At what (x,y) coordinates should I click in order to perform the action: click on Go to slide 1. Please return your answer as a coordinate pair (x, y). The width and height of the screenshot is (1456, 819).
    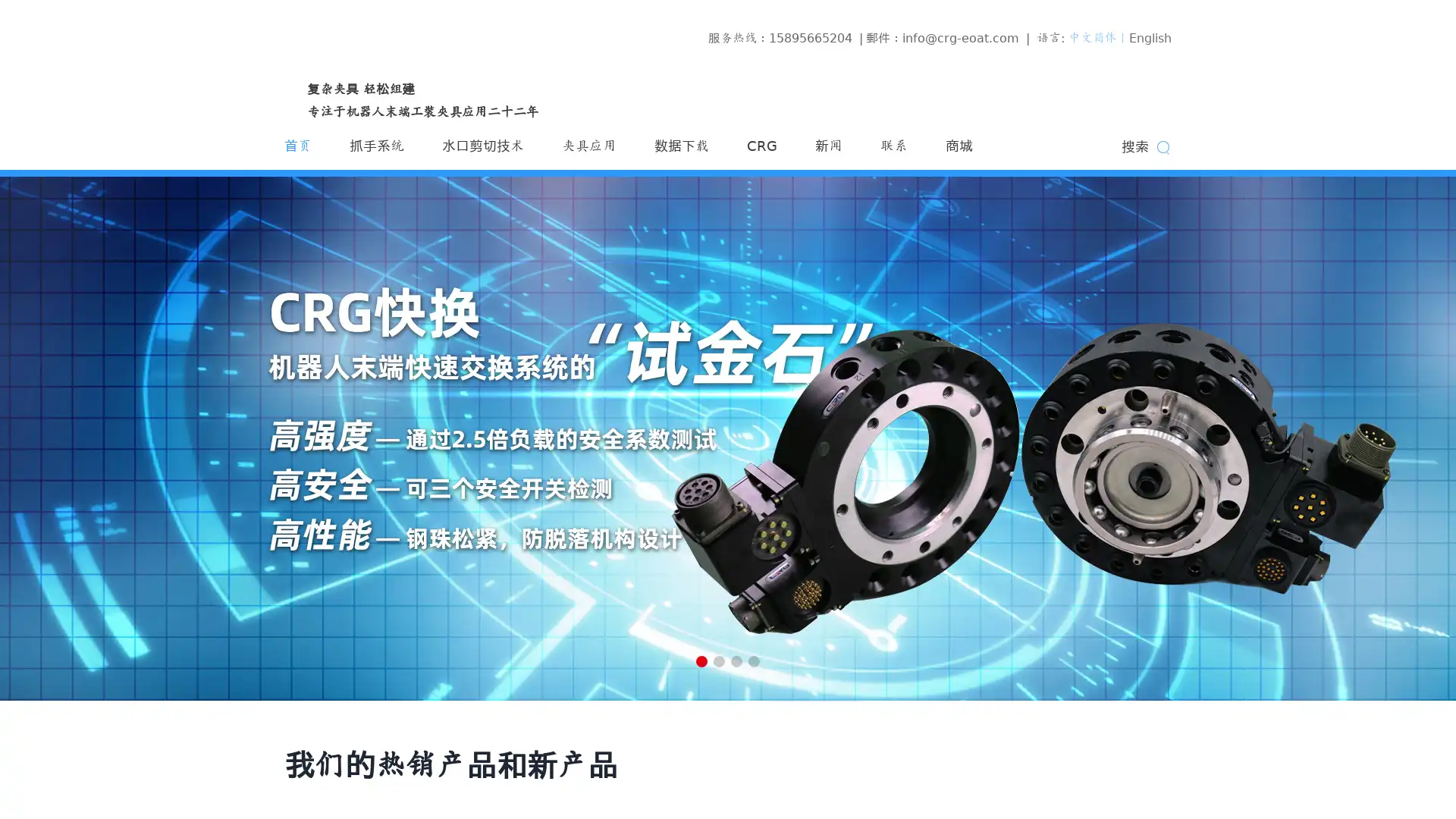
    Looking at the image, I should click on (701, 661).